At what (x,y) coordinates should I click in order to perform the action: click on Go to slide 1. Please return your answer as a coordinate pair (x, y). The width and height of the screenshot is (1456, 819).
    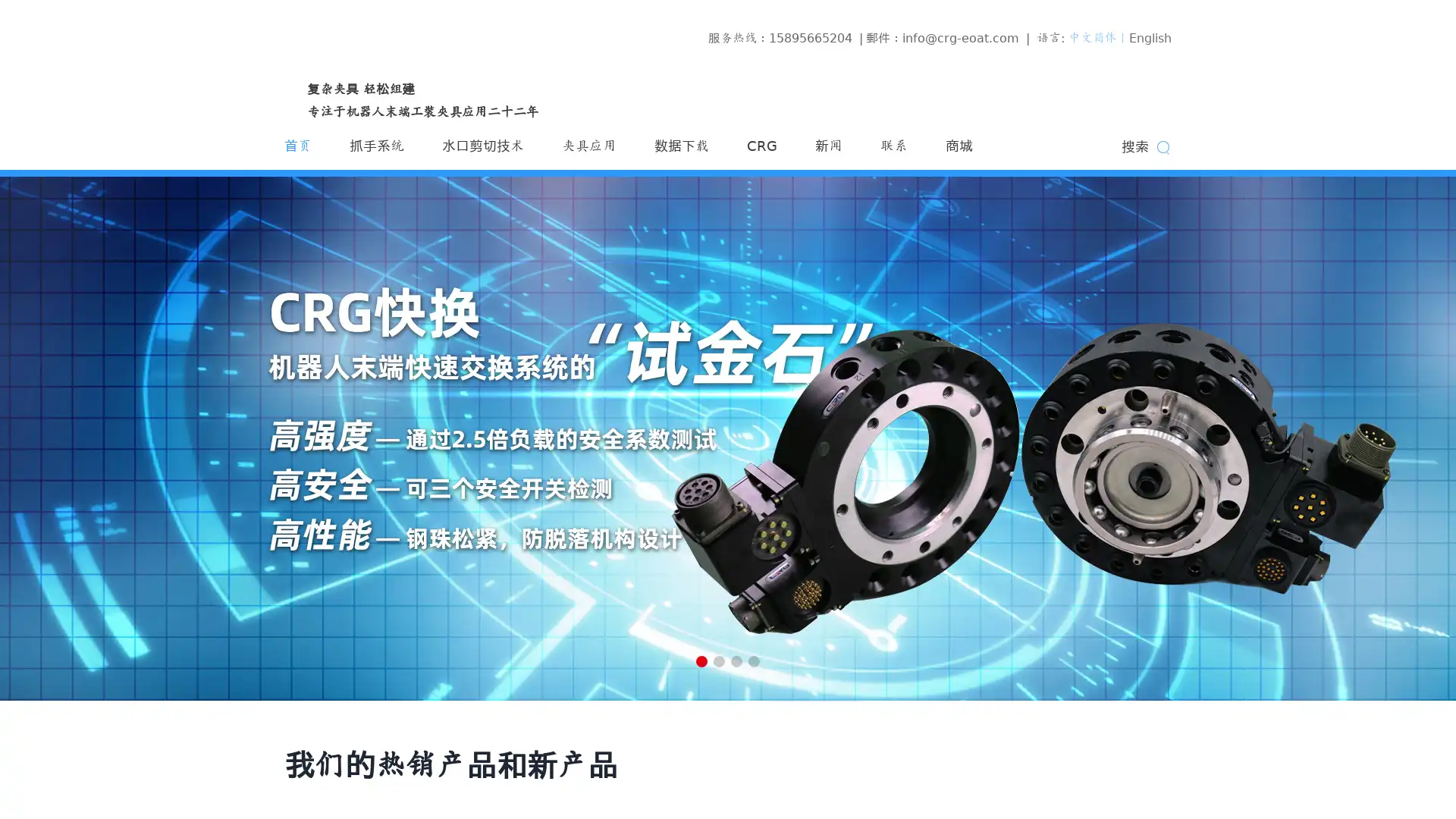
    Looking at the image, I should click on (701, 661).